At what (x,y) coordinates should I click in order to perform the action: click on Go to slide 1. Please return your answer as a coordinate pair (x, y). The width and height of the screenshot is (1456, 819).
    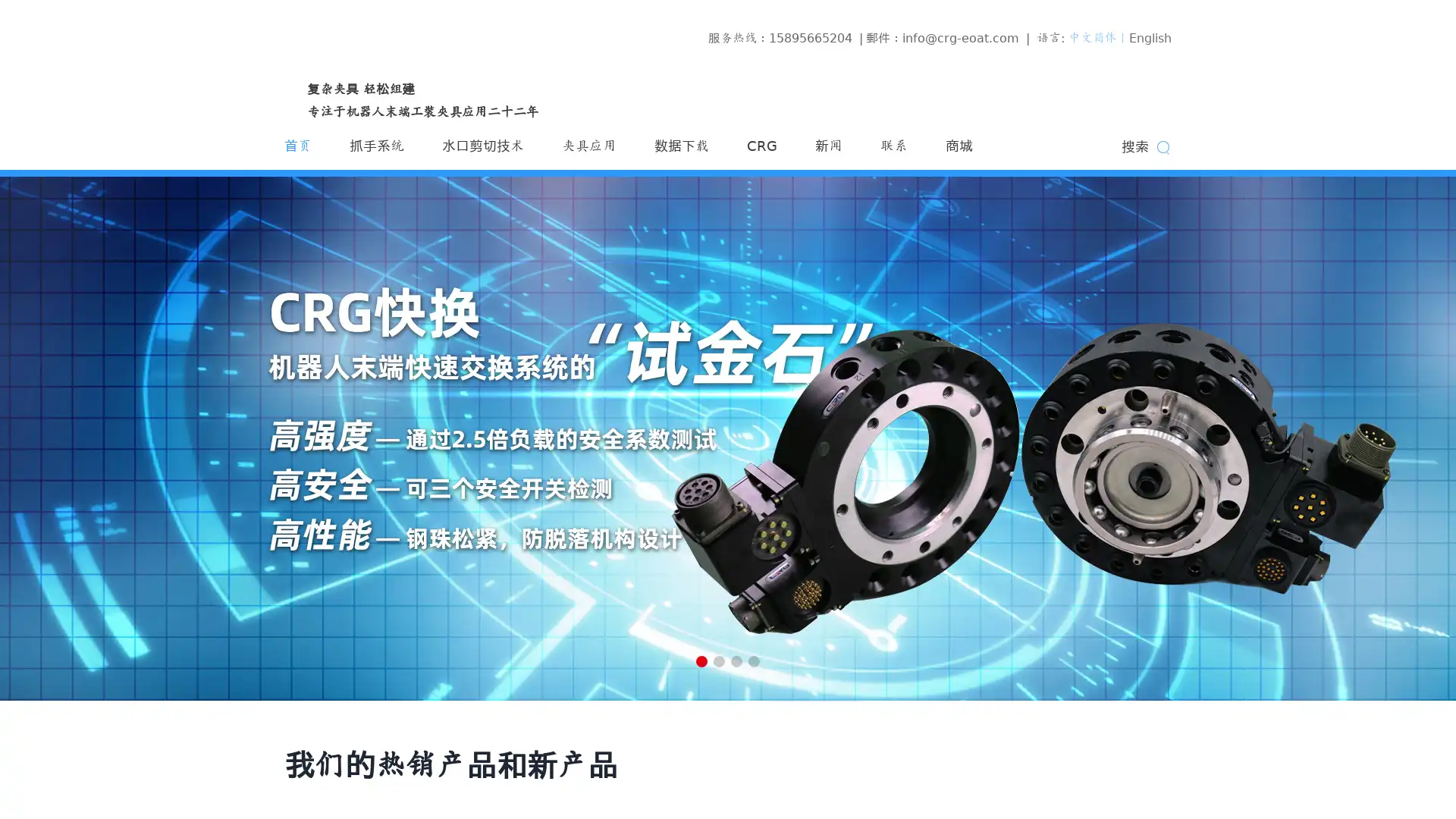
    Looking at the image, I should click on (701, 661).